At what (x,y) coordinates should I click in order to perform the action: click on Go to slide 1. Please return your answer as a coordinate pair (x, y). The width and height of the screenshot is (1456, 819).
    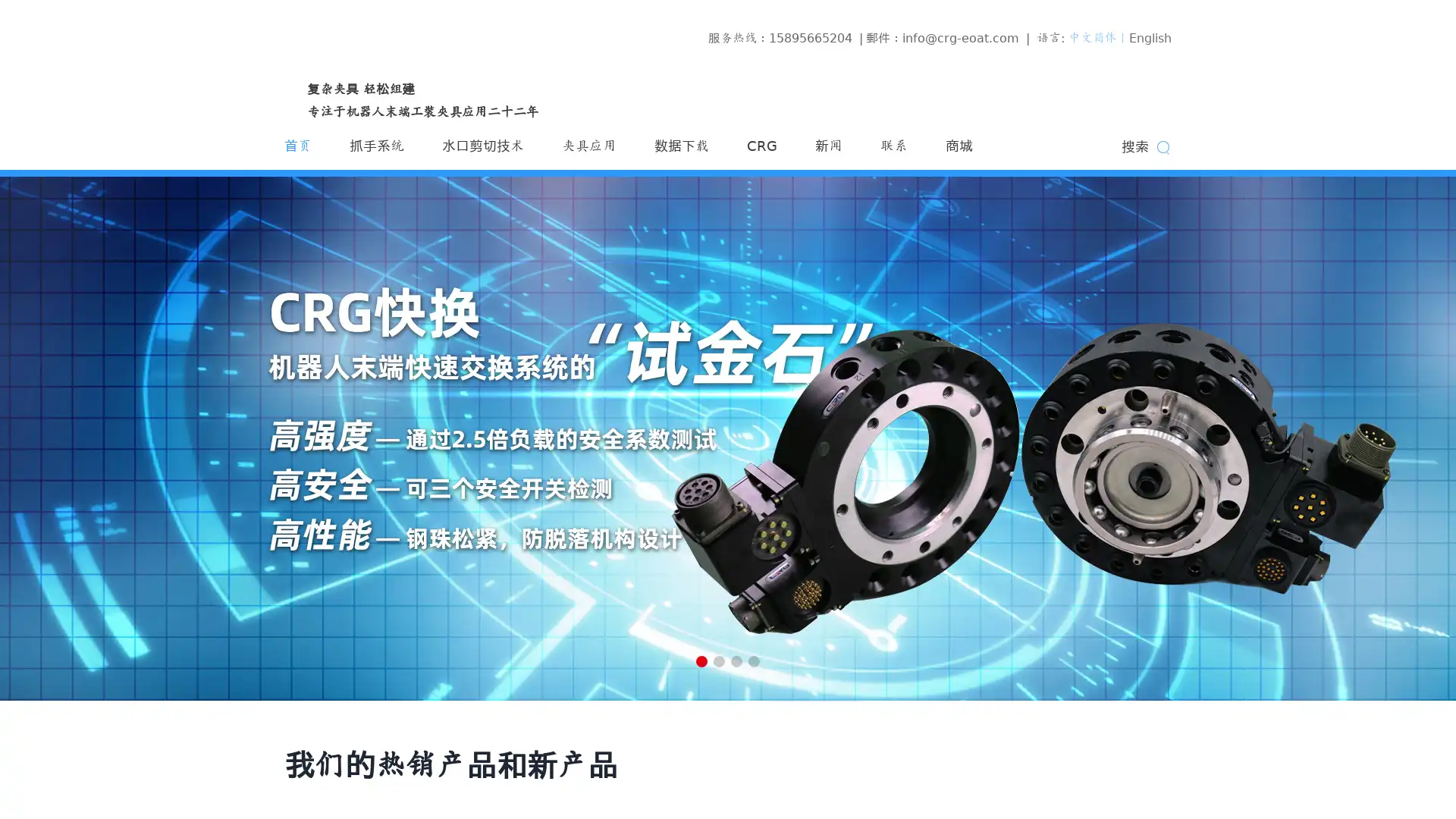
    Looking at the image, I should click on (701, 661).